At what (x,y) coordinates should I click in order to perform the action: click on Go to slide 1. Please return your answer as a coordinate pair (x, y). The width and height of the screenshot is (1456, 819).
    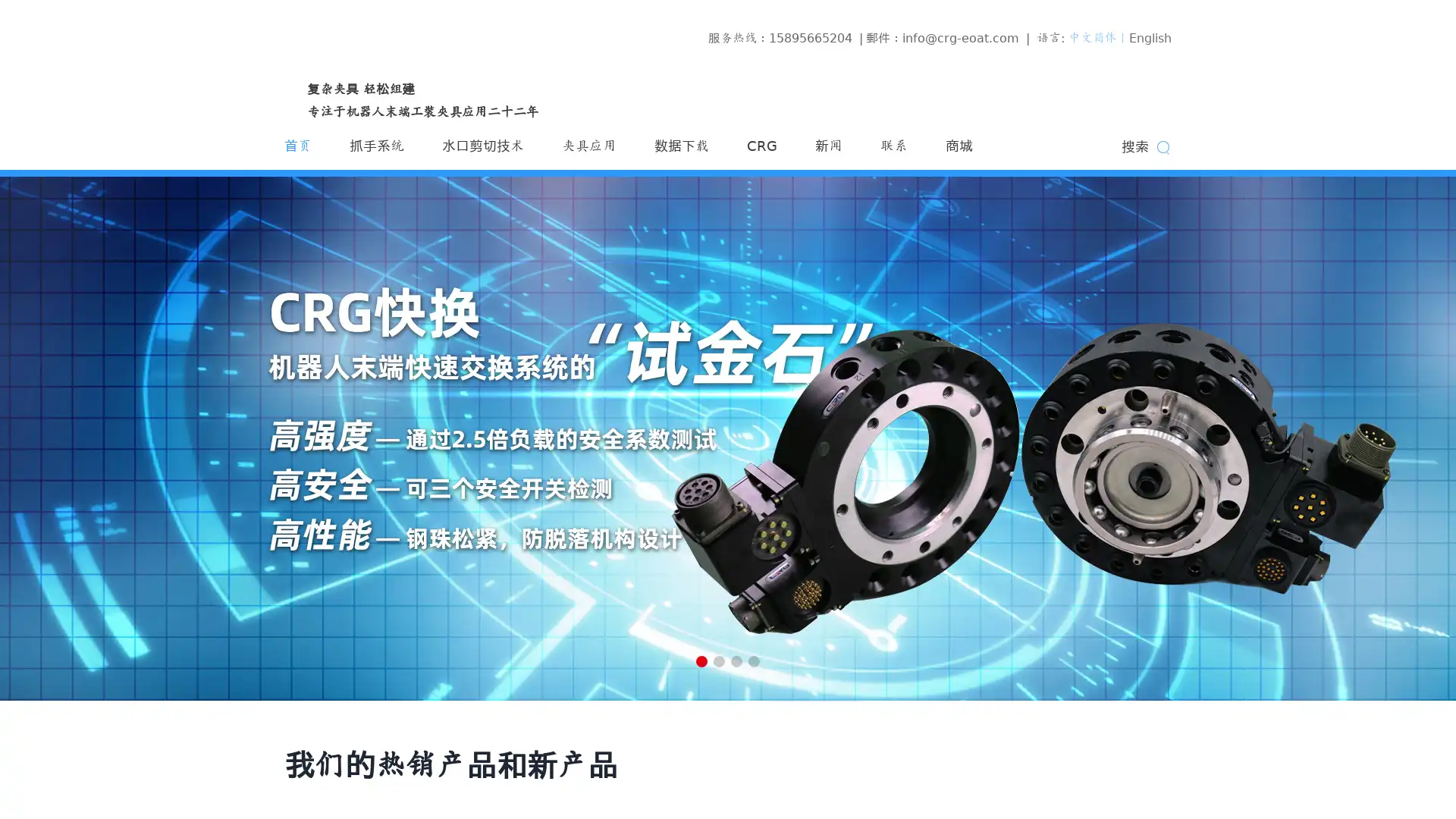
    Looking at the image, I should click on (701, 661).